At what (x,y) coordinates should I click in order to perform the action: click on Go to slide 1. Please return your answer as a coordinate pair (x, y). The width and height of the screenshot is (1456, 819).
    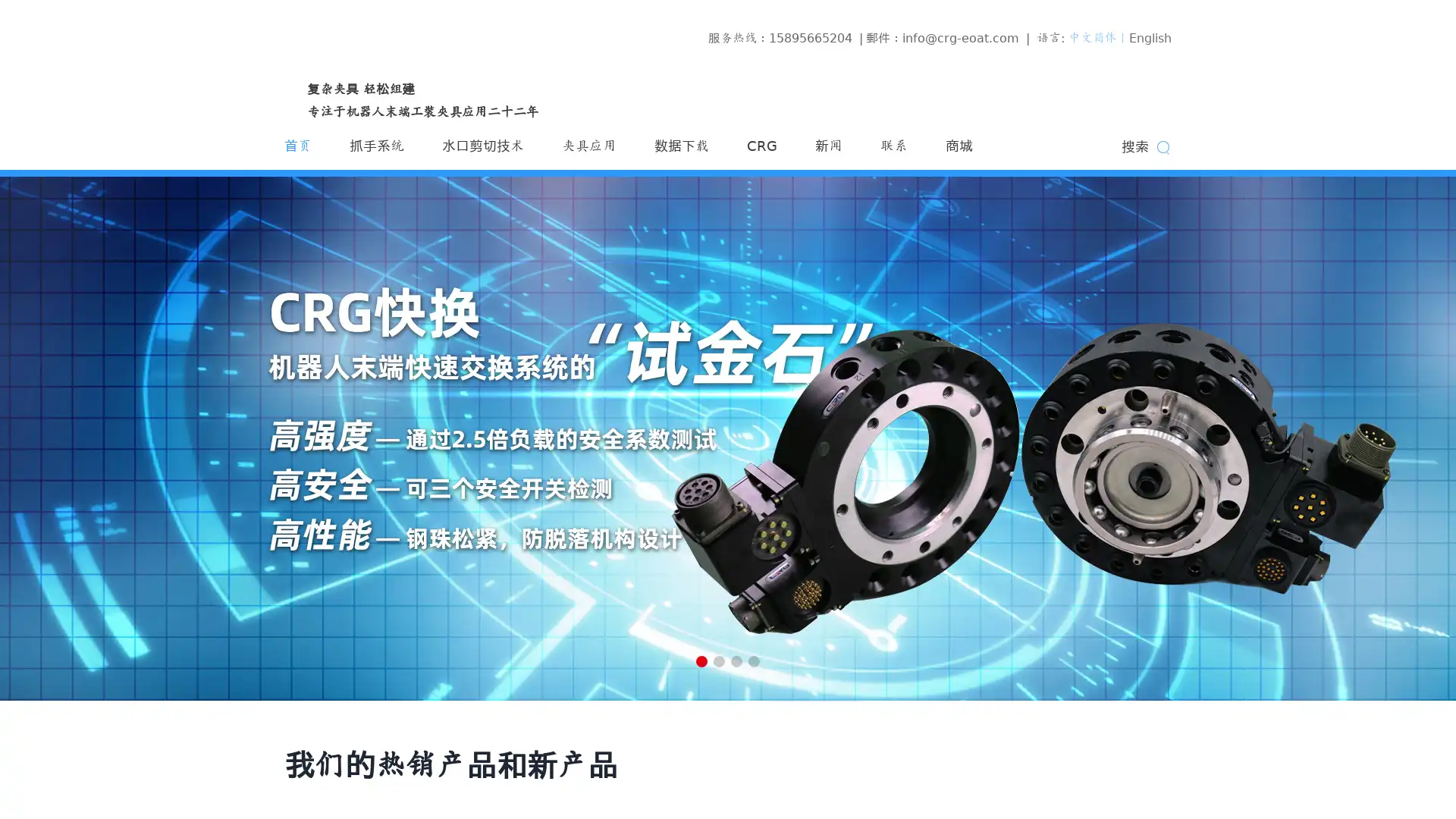
    Looking at the image, I should click on (701, 661).